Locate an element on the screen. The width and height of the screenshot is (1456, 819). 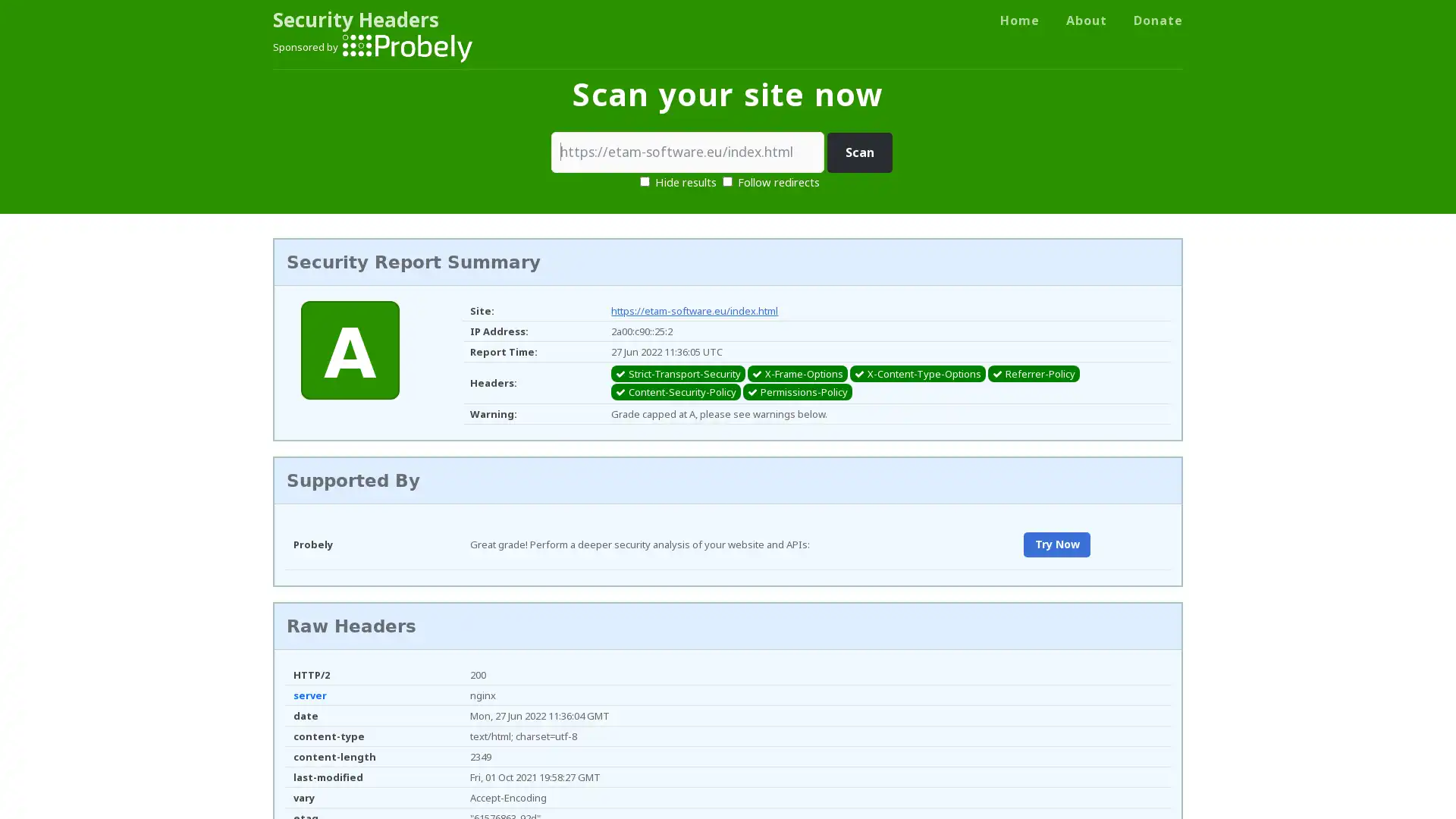
Try Now is located at coordinates (1056, 544).